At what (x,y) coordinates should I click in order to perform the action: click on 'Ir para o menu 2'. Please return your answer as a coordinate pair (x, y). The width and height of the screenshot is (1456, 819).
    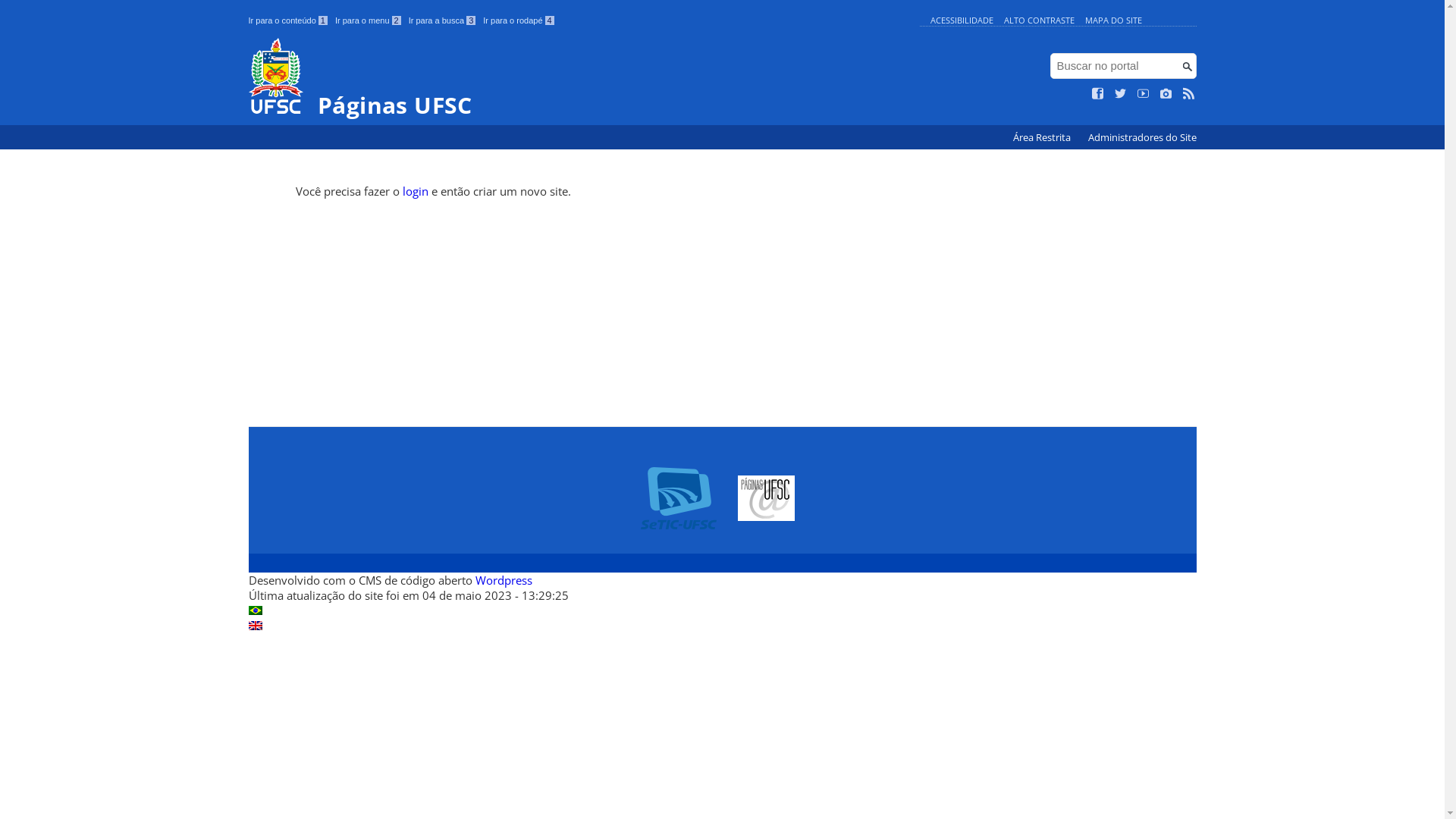
    Looking at the image, I should click on (368, 20).